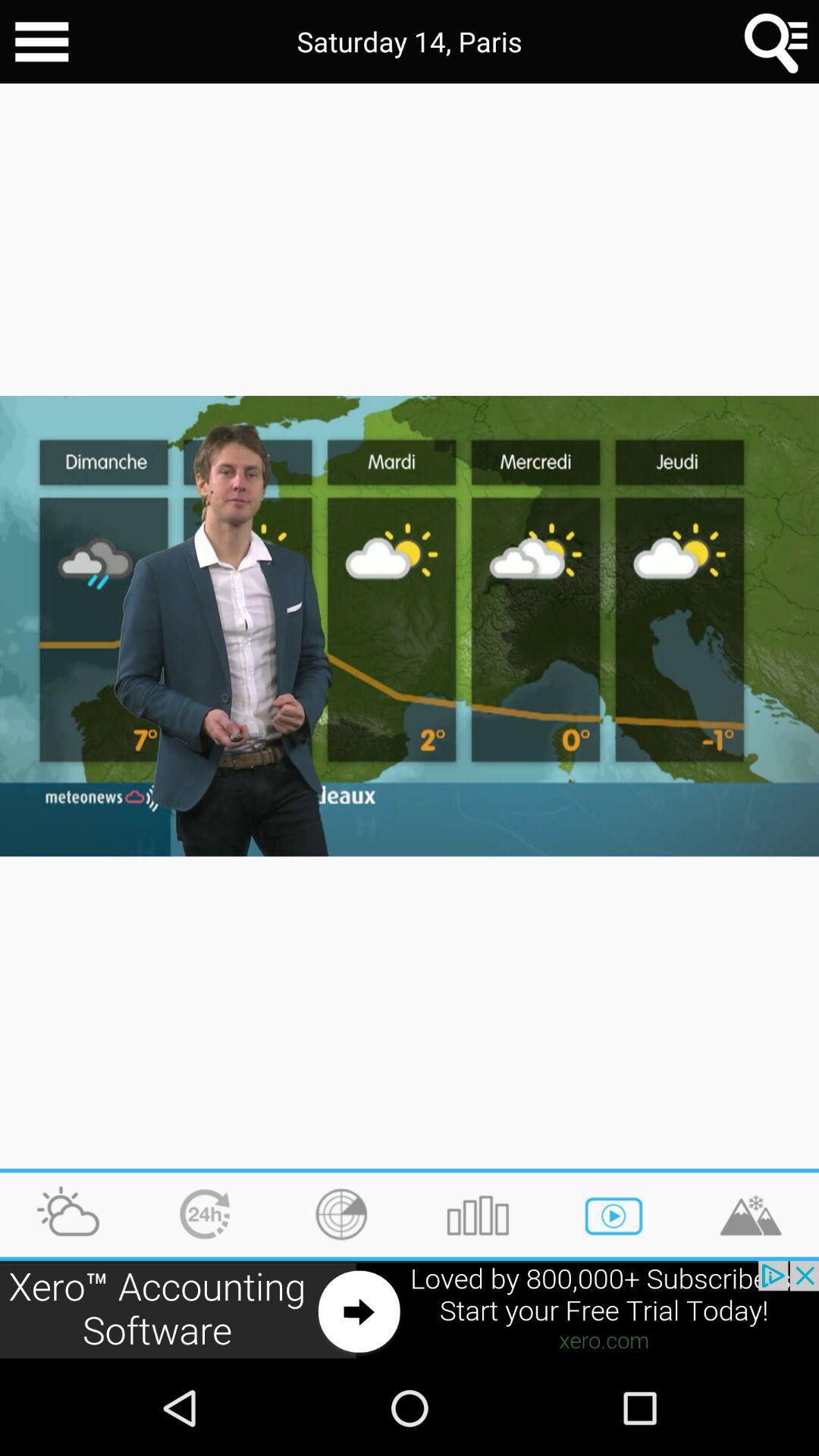 This screenshot has width=819, height=1456. I want to click on go back, so click(41, 42).